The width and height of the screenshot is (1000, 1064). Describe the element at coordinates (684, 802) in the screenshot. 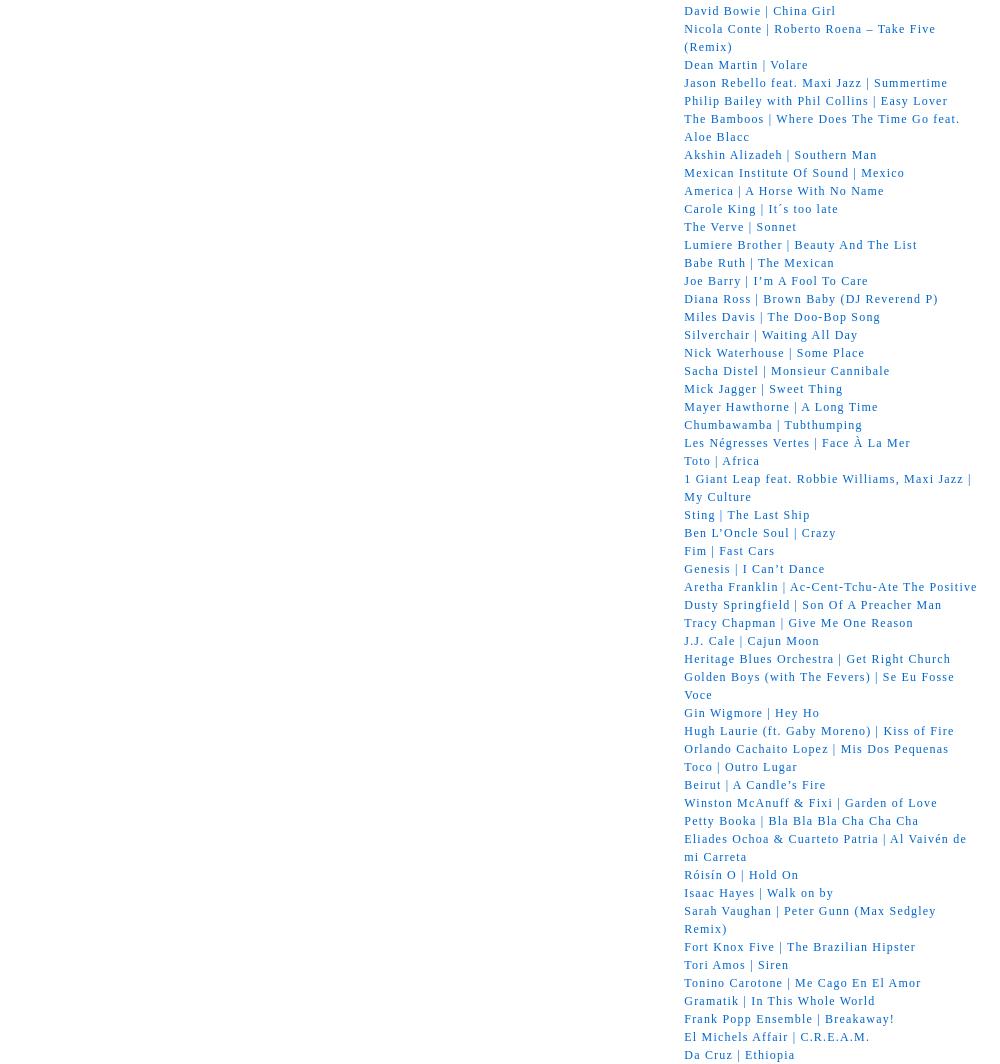

I see `'Winston McAnuff & Fixi | Garden of Love'` at that location.